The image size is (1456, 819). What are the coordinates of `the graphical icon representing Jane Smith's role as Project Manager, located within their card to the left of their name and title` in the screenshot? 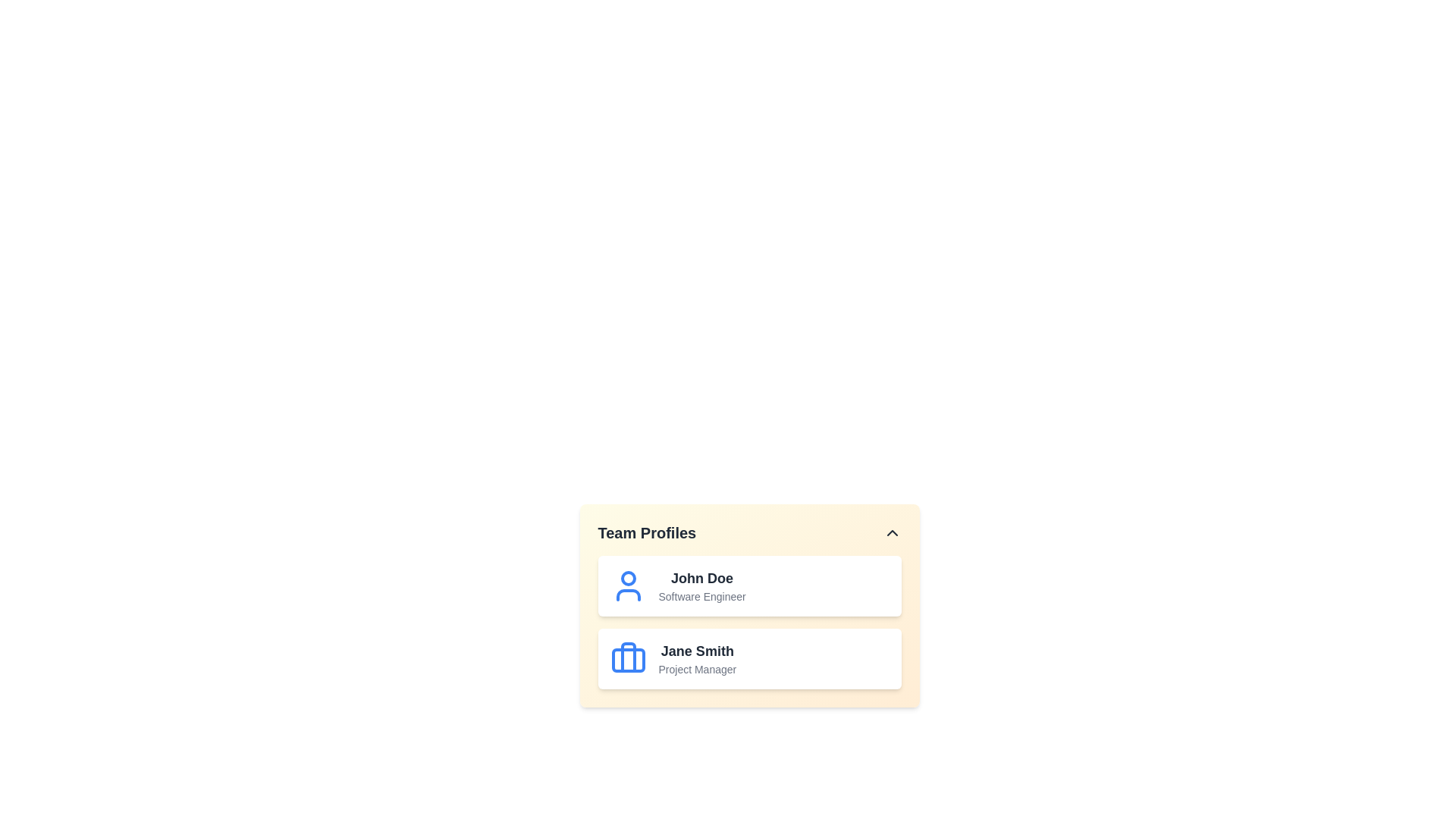 It's located at (628, 657).